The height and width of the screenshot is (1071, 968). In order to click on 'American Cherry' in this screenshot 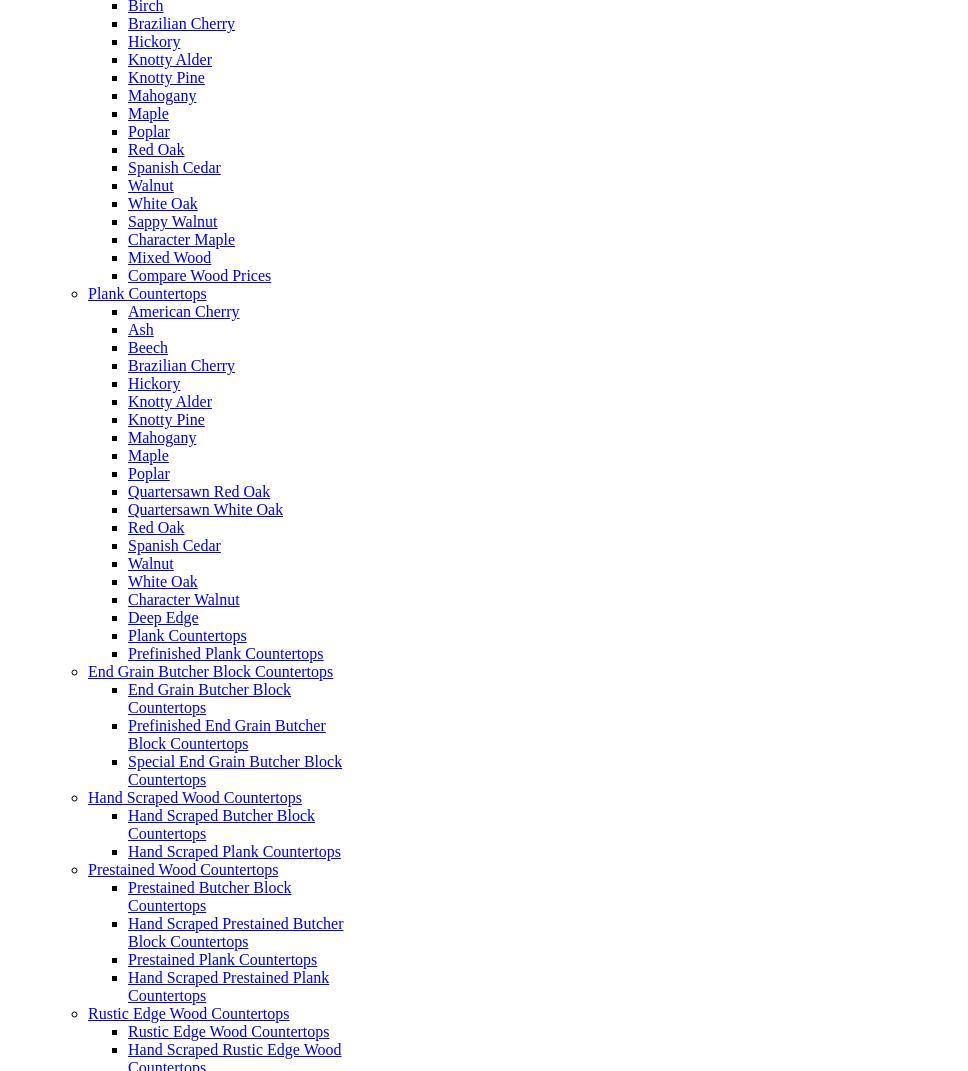, I will do `click(126, 310)`.